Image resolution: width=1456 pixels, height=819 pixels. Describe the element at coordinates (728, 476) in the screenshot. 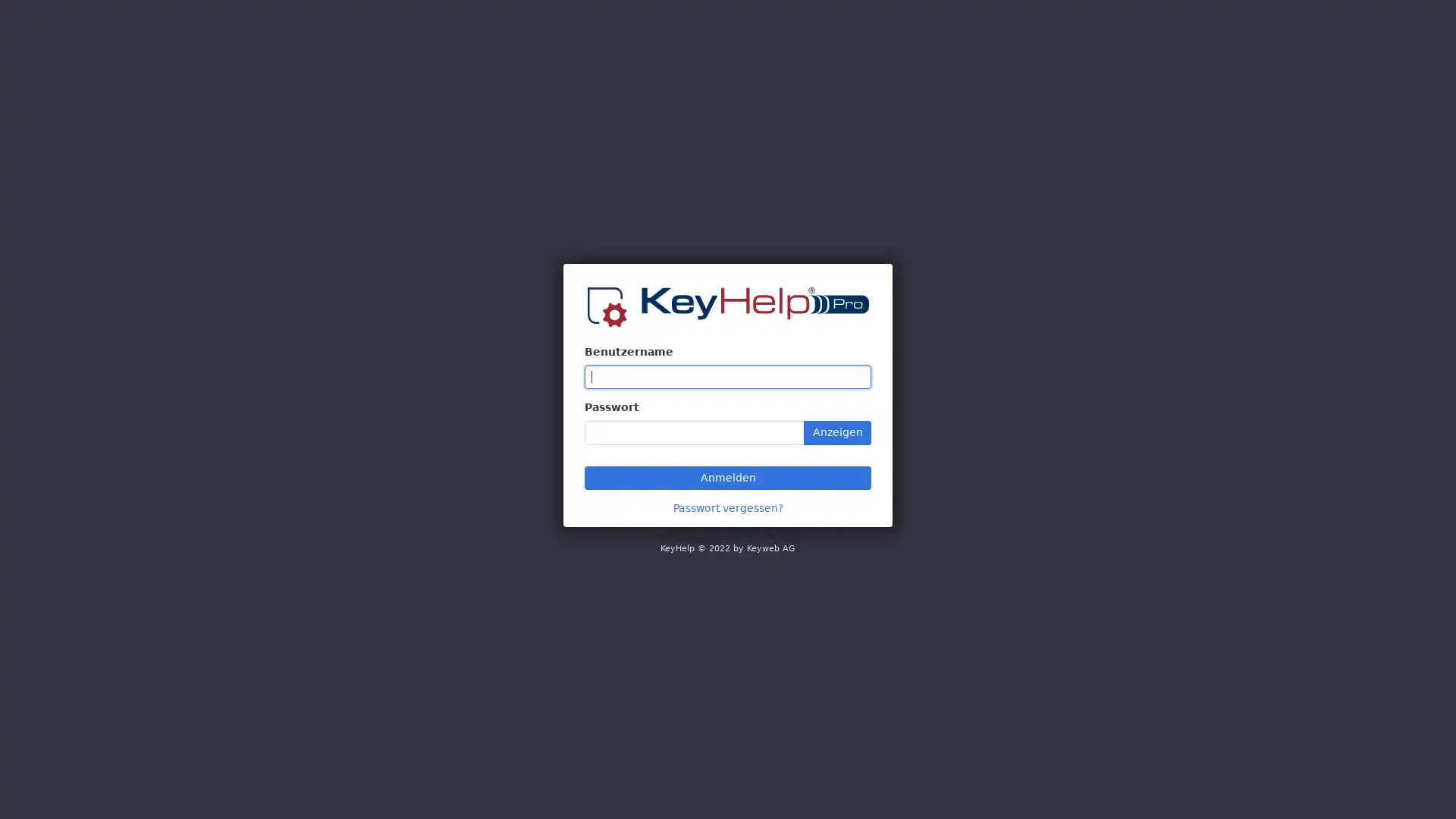

I see `Anmelden` at that location.